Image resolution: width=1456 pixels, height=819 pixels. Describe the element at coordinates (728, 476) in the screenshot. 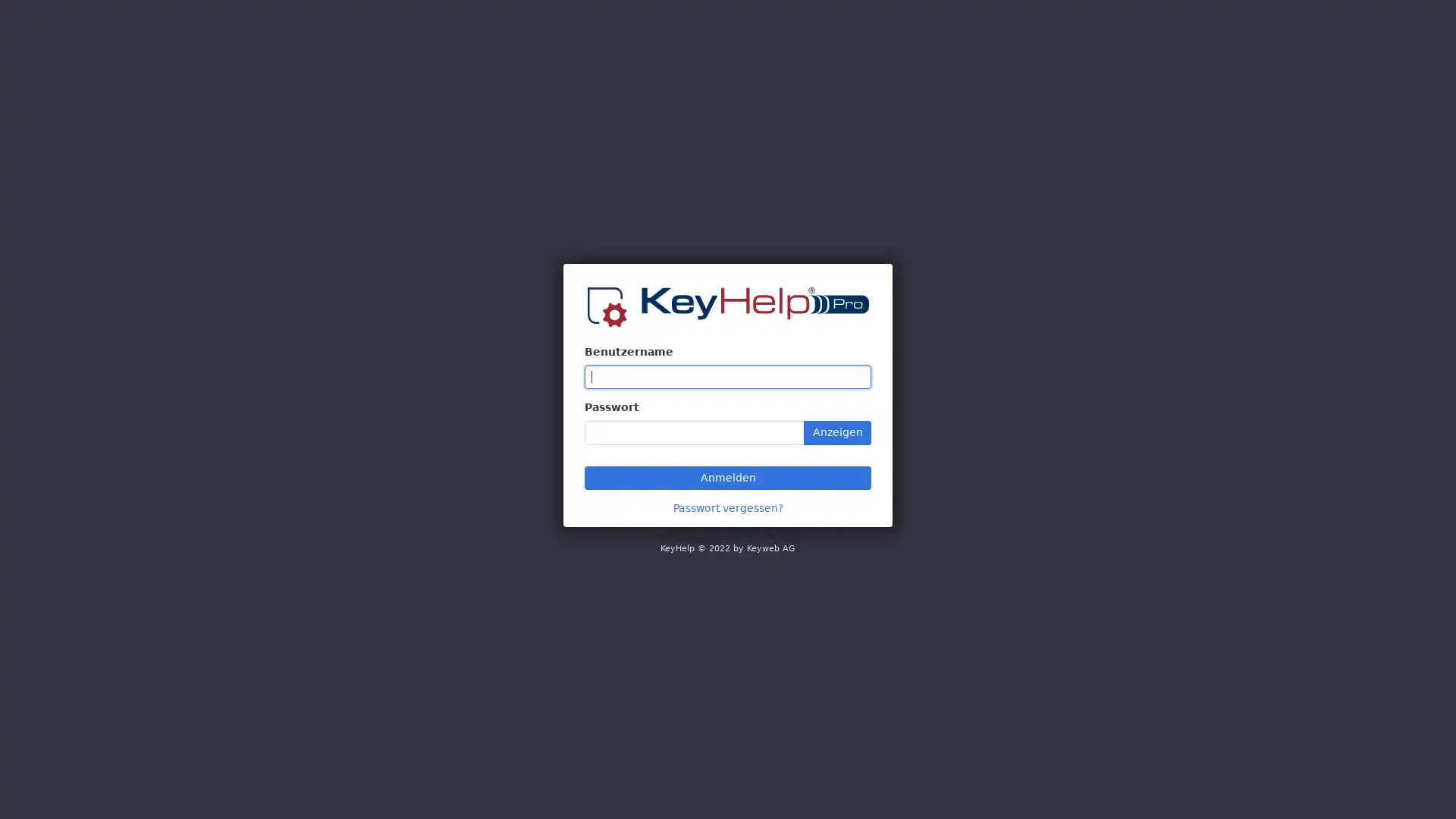

I see `Anmelden` at that location.